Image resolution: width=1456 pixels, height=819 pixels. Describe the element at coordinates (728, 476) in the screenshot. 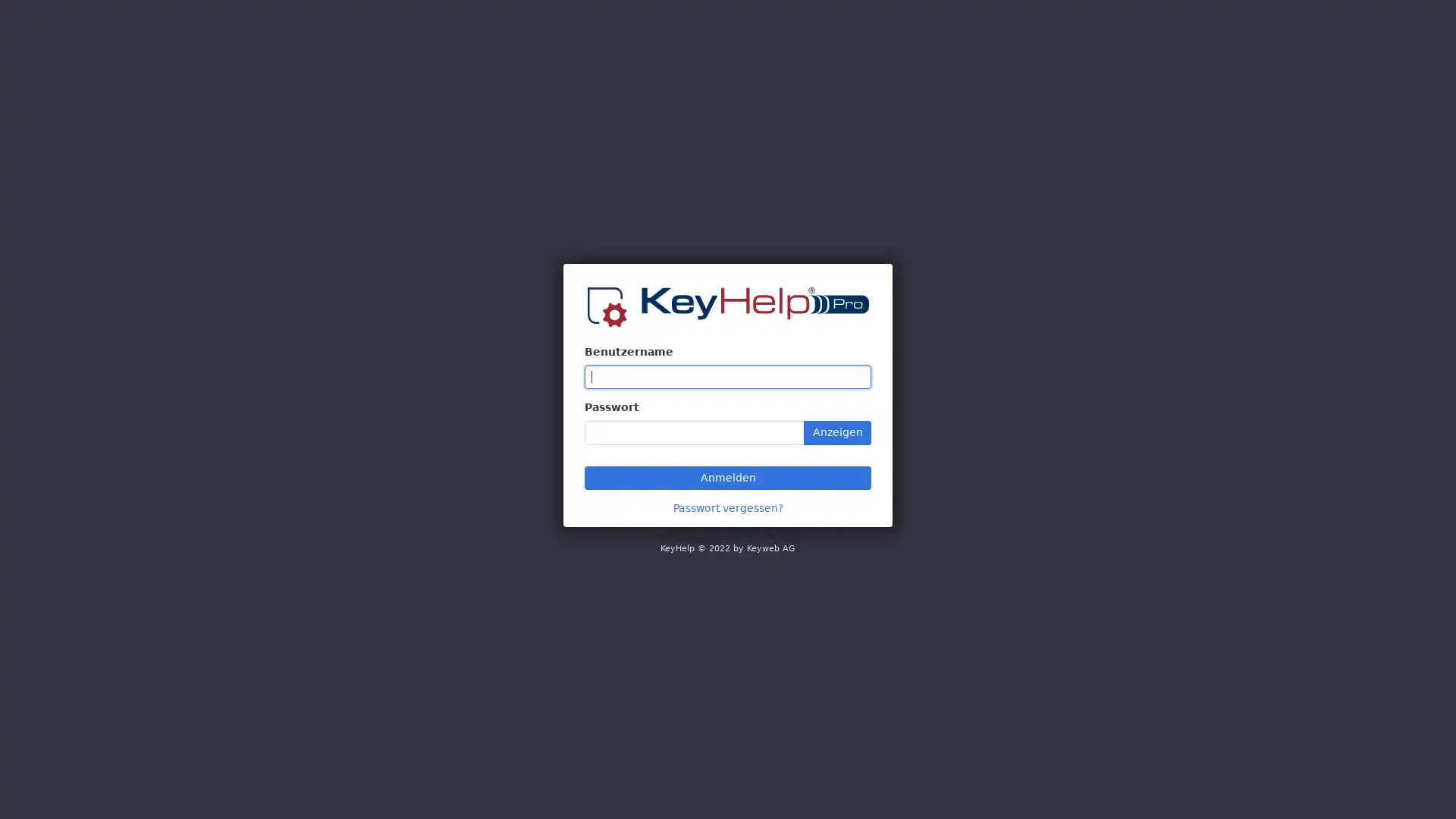

I see `Anmelden` at that location.